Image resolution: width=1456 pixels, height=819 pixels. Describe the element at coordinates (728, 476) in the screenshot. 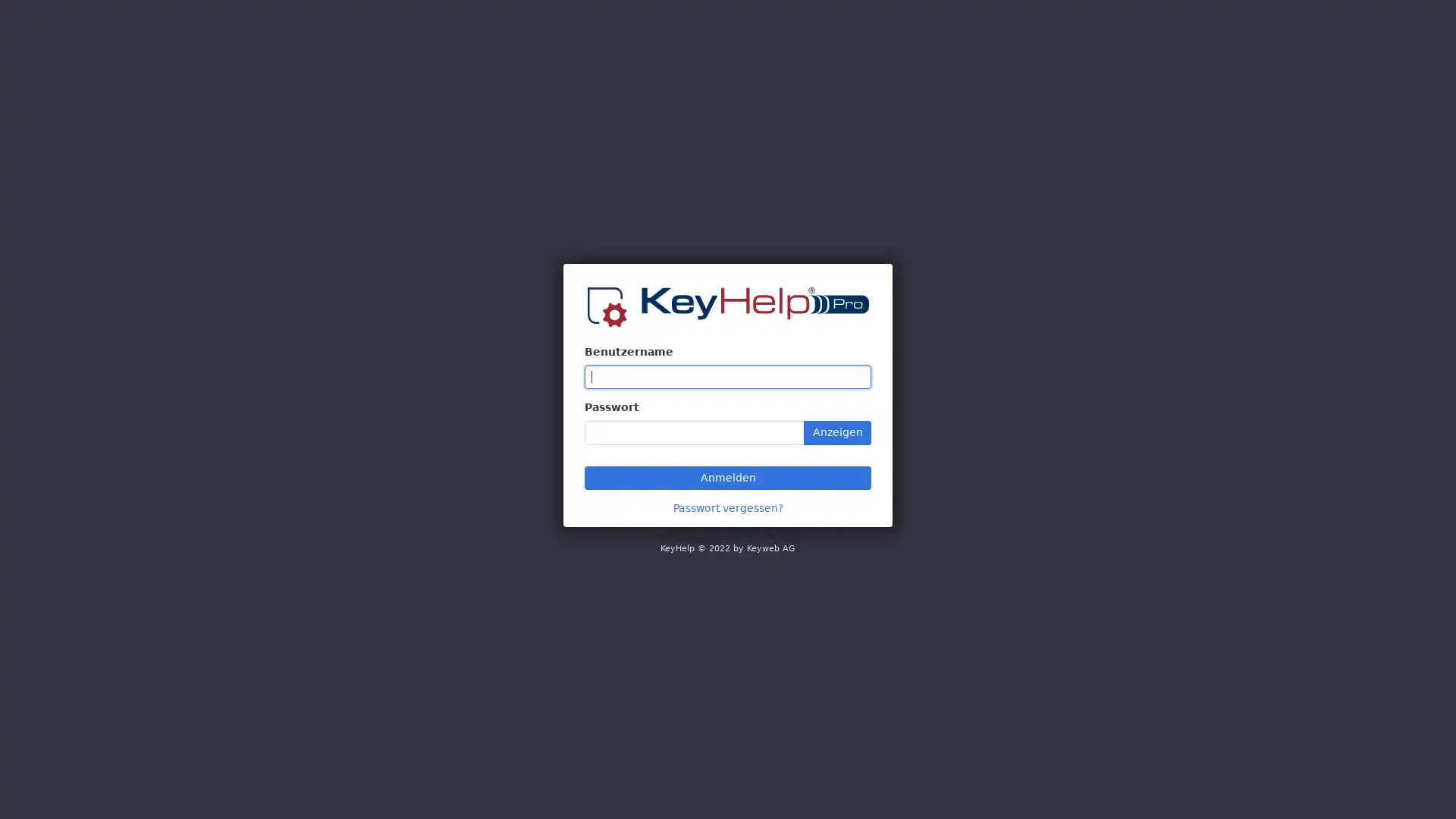

I see `Anmelden` at that location.